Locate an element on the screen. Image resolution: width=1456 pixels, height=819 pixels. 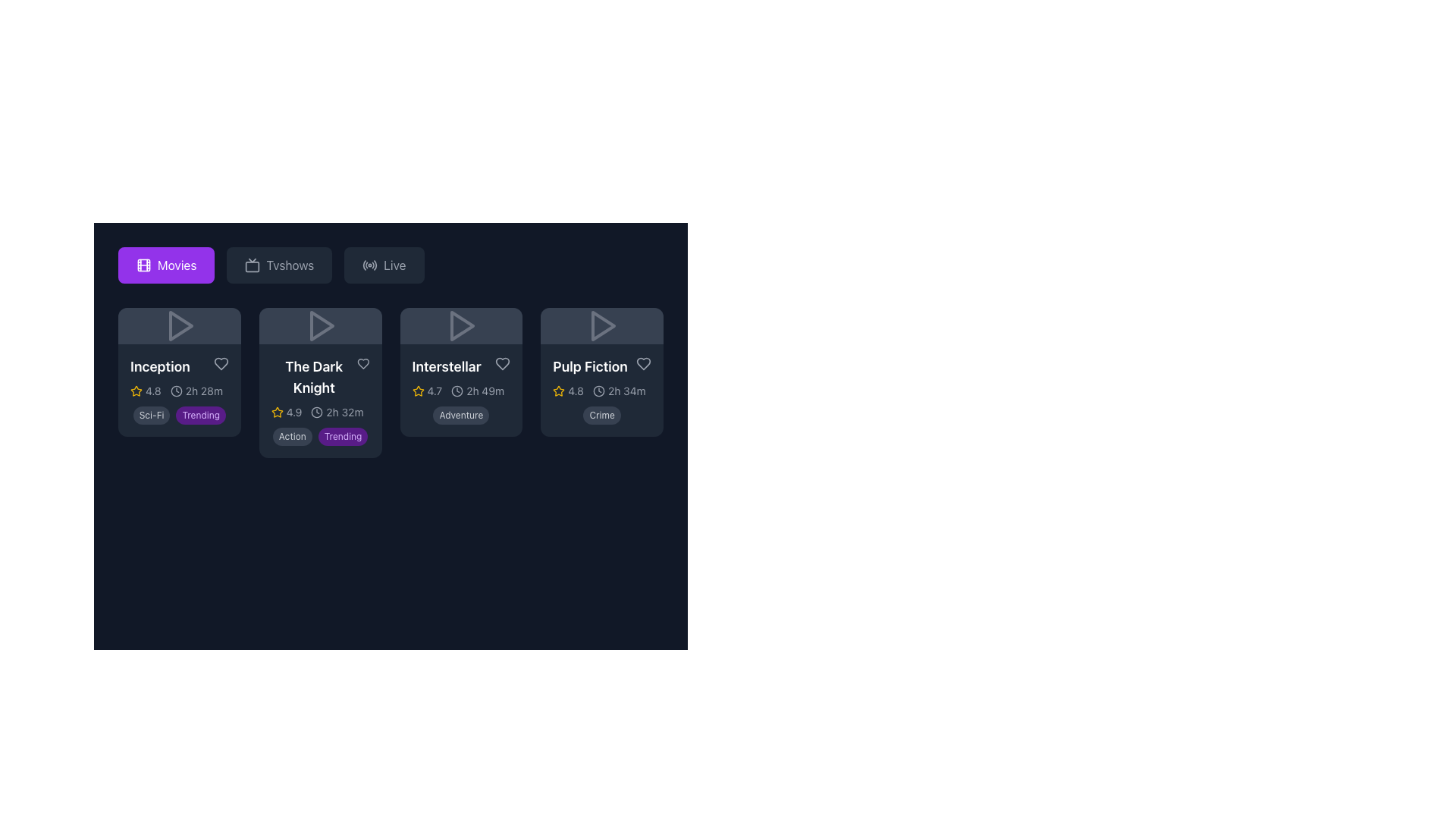
the heart-shaped icon button for 'The Dark Knight' is located at coordinates (362, 363).